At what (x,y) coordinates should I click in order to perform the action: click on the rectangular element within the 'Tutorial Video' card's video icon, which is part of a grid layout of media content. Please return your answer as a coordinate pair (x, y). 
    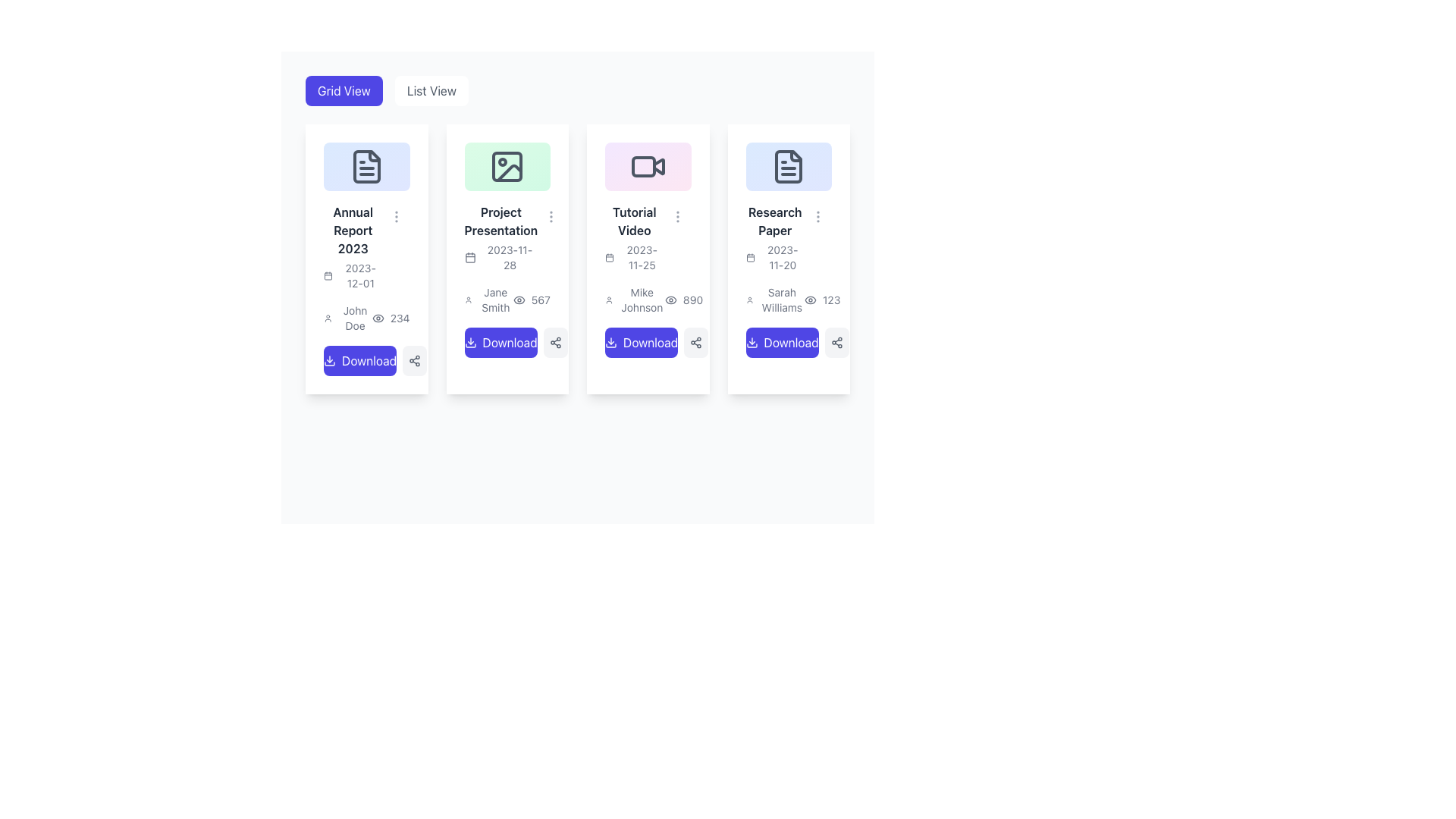
    Looking at the image, I should click on (643, 166).